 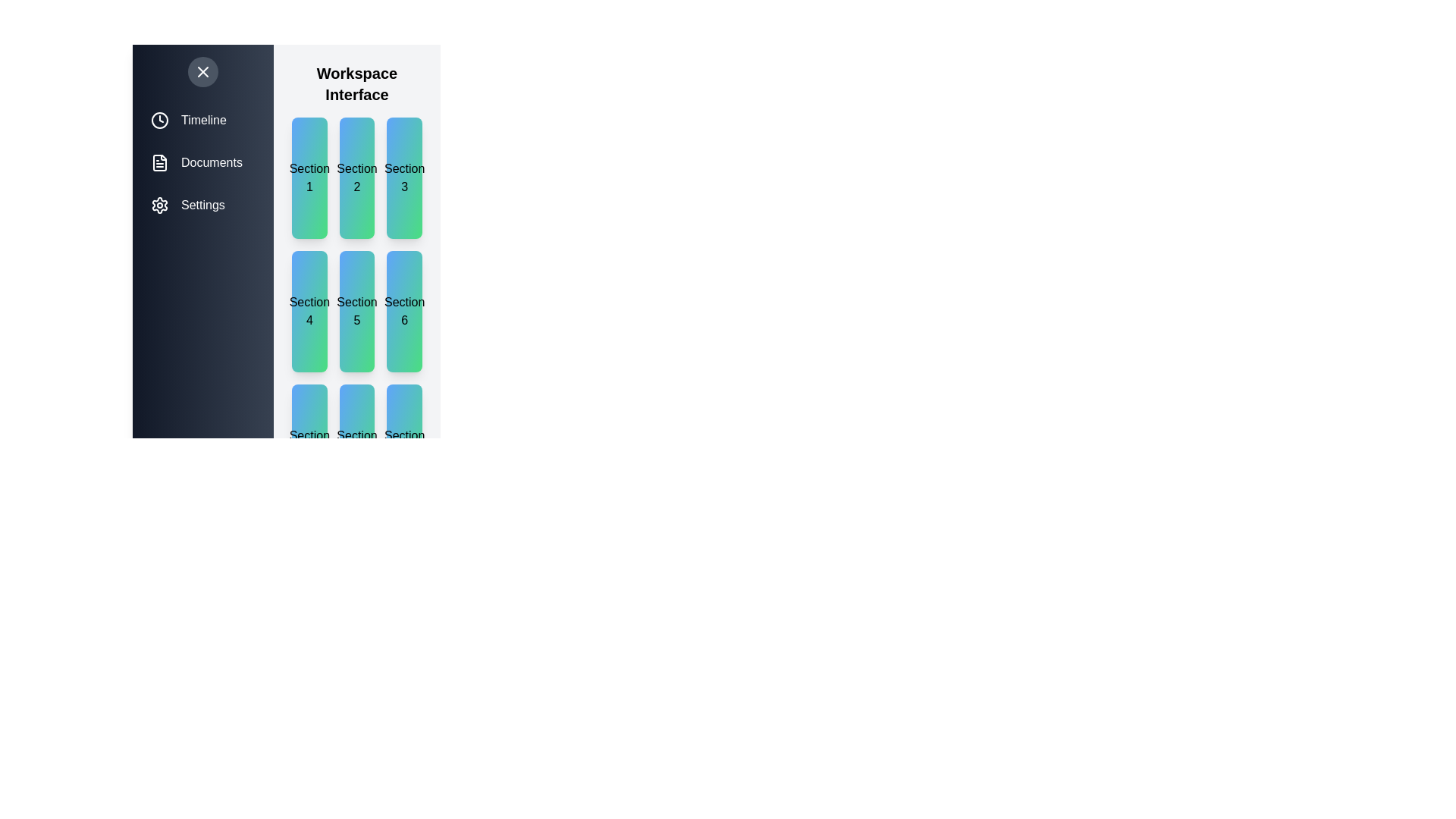 What do you see at coordinates (309, 177) in the screenshot?
I see `the text 'Section 1' to highlight a word` at bounding box center [309, 177].